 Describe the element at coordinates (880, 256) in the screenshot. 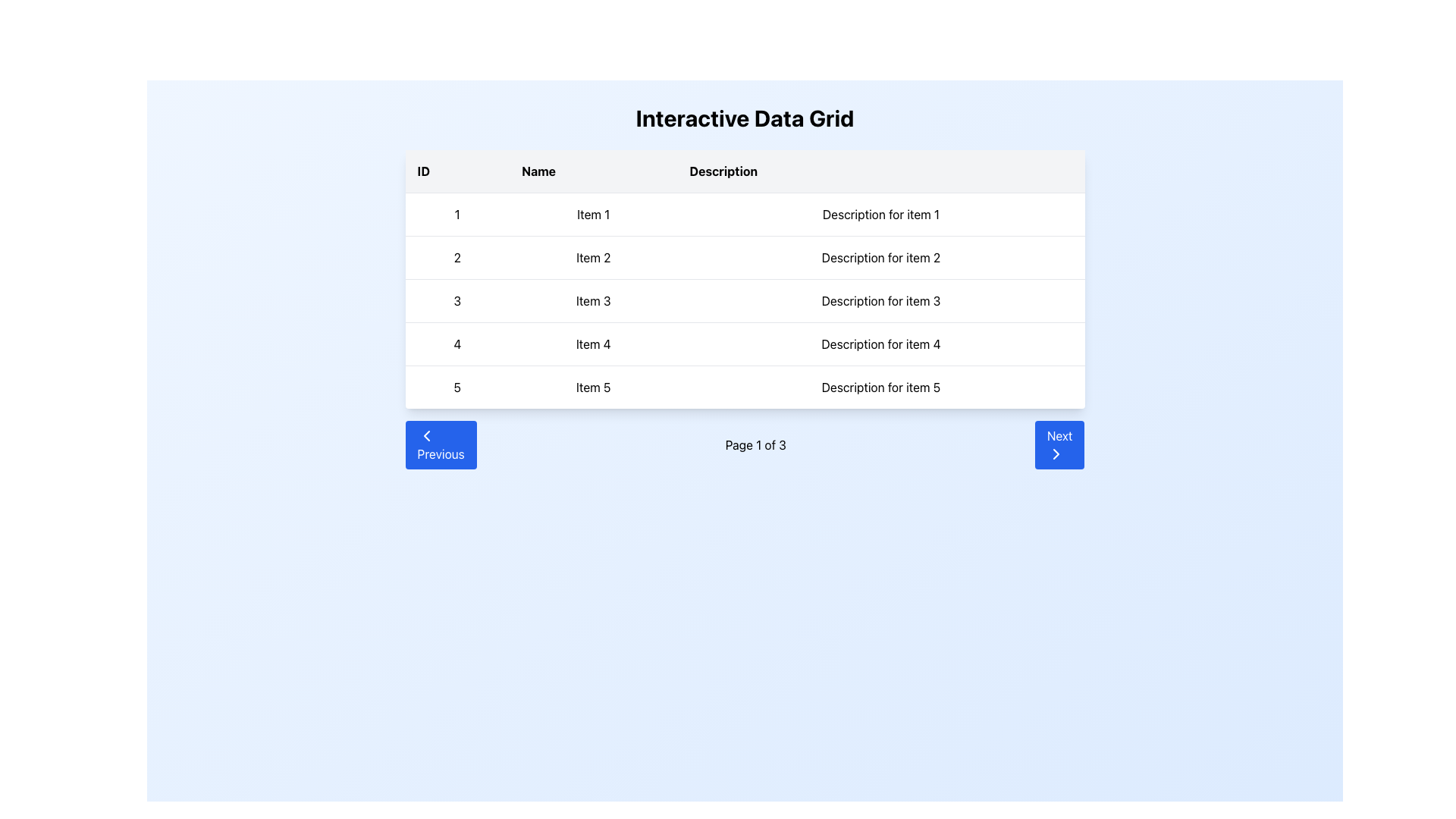

I see `the text block that provides a description for 'Item 2', located in the second row, third column of the tabular layout` at that location.